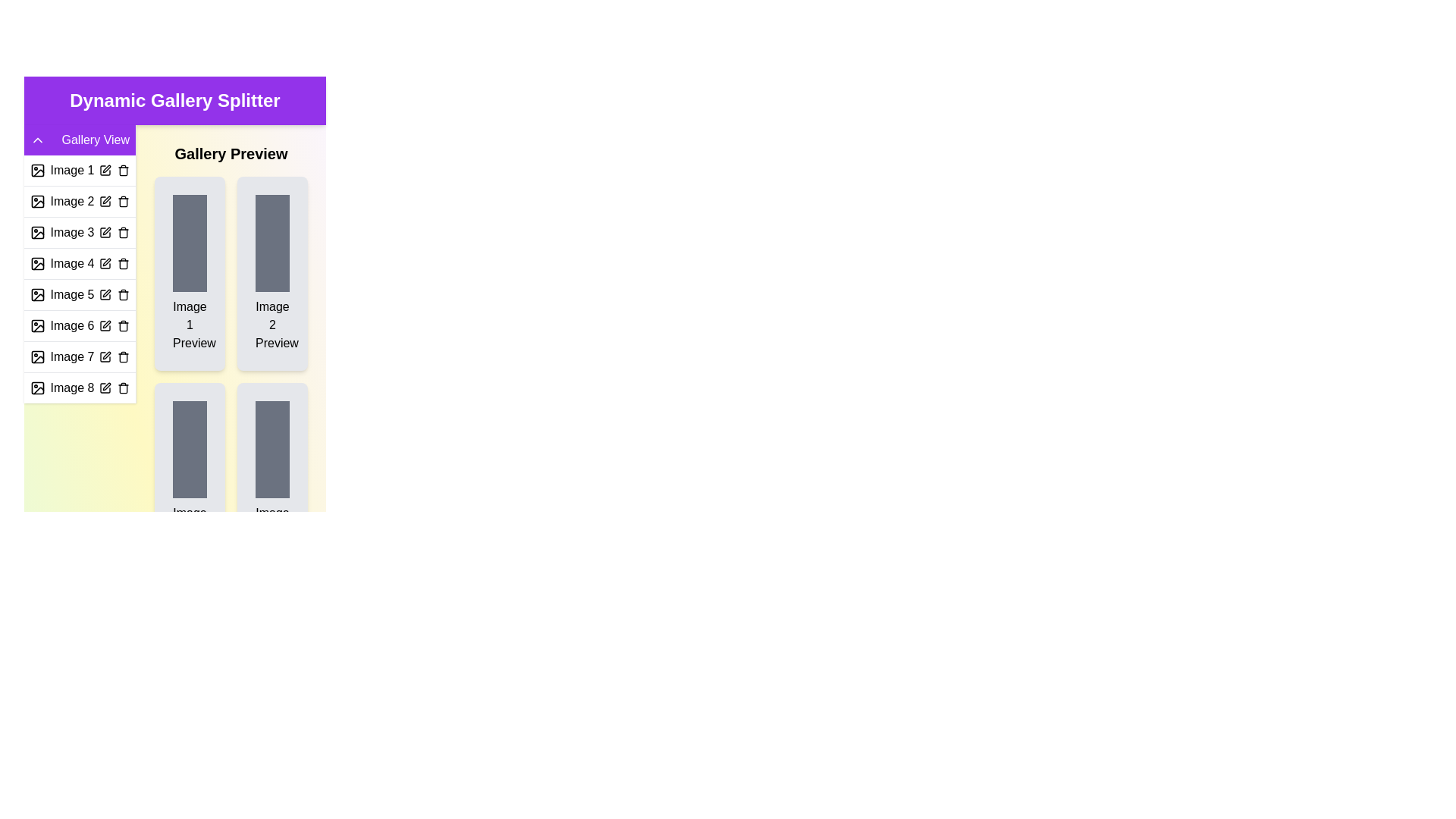 Image resolution: width=1456 pixels, height=819 pixels. Describe the element at coordinates (37, 201) in the screenshot. I see `the icon associated with 'Image 2' in the 'Gallery View' section` at that location.